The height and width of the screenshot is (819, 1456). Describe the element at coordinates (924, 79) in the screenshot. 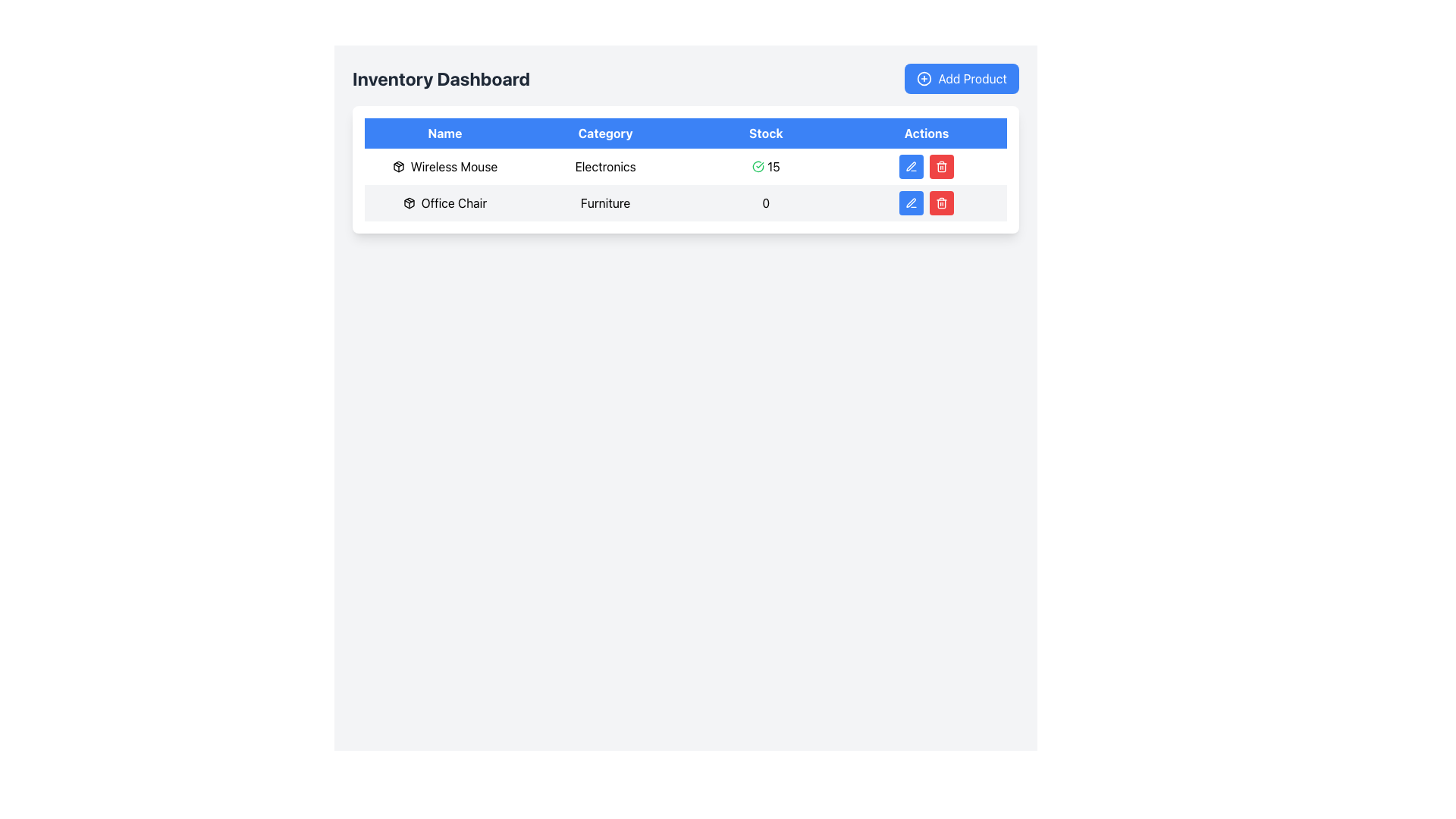

I see `the Circle shape in the SVG icon of the 'Add Product' button, which visually represents the '+' action for adding new items or products` at that location.